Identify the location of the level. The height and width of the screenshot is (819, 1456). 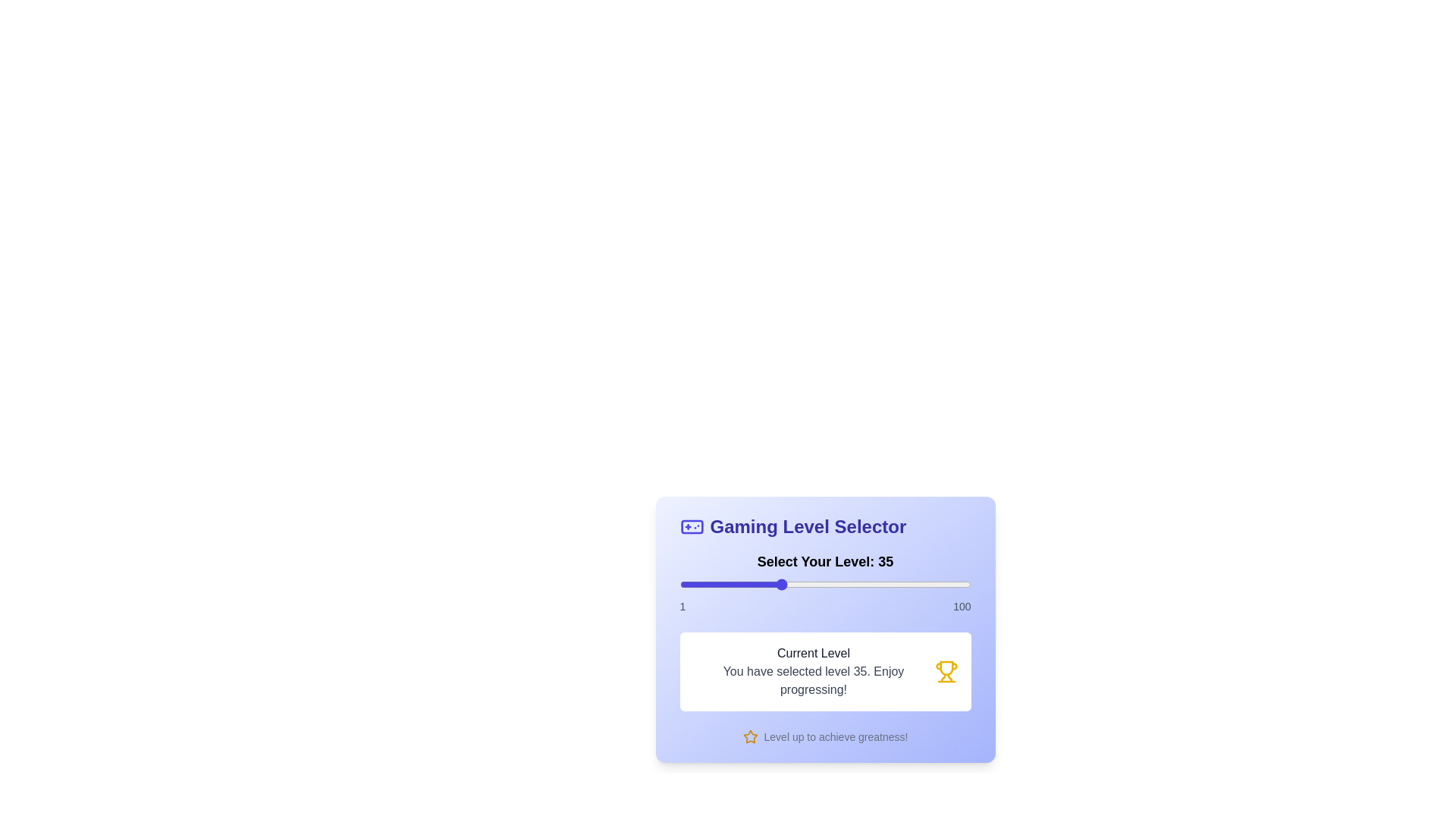
(780, 584).